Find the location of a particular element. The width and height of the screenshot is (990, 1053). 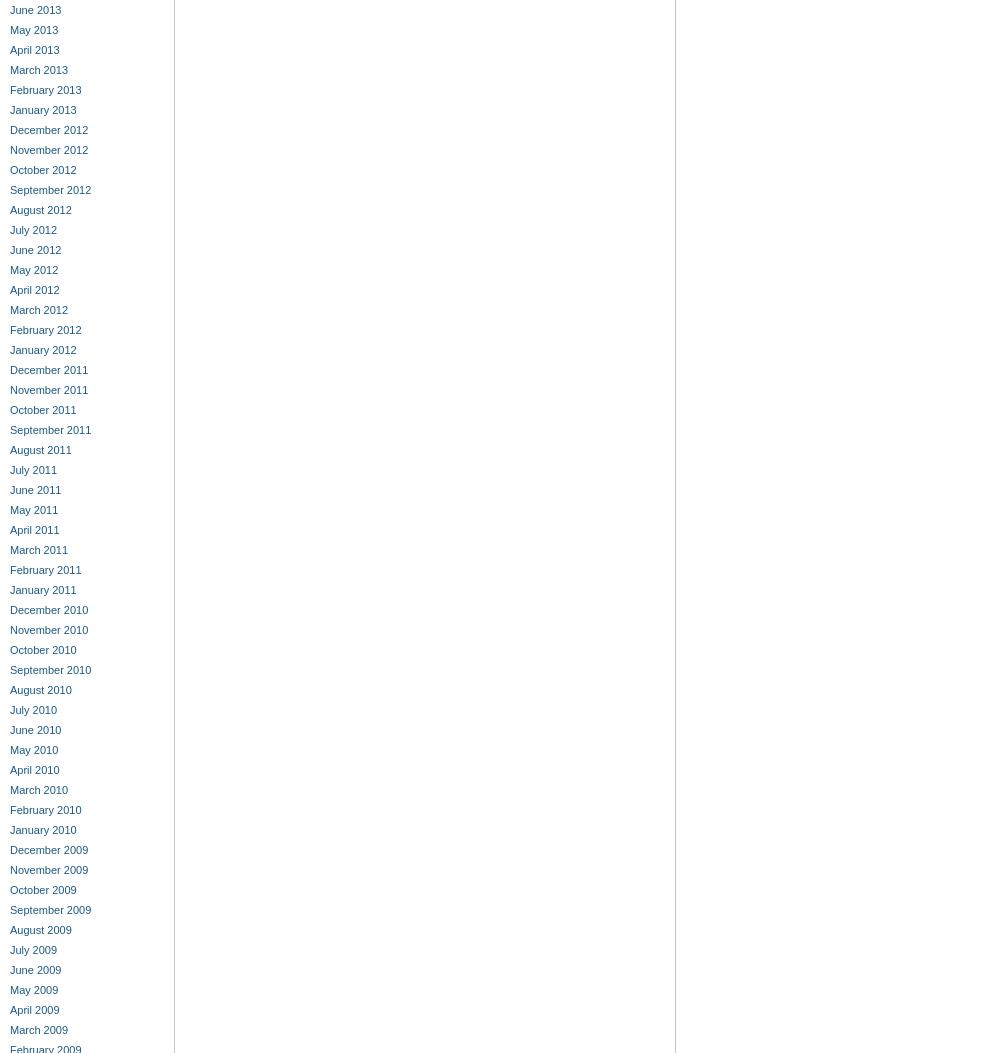

'March 2010' is located at coordinates (38, 789).